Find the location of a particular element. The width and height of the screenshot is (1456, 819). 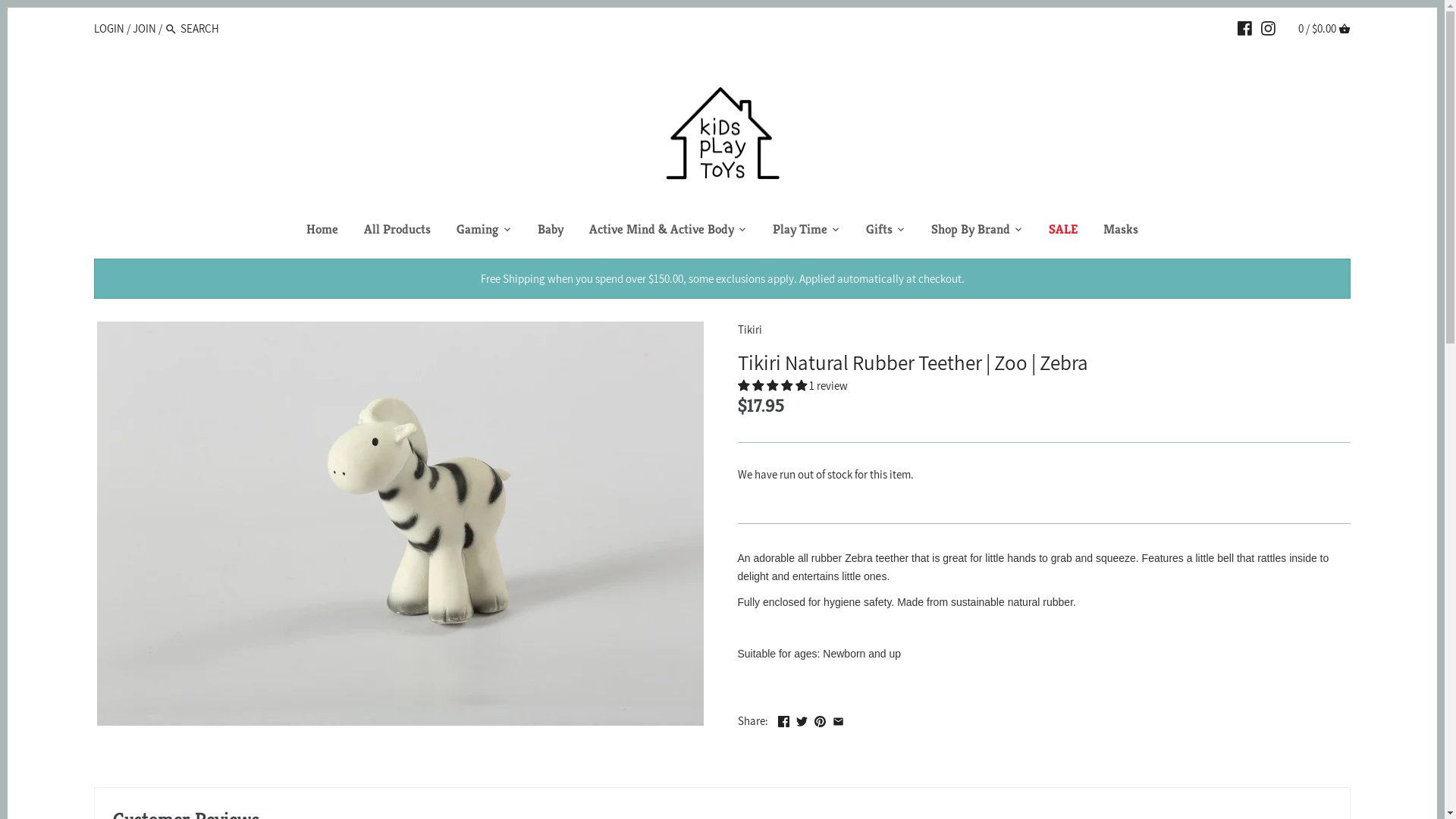

'Facebook' is located at coordinates (783, 718).